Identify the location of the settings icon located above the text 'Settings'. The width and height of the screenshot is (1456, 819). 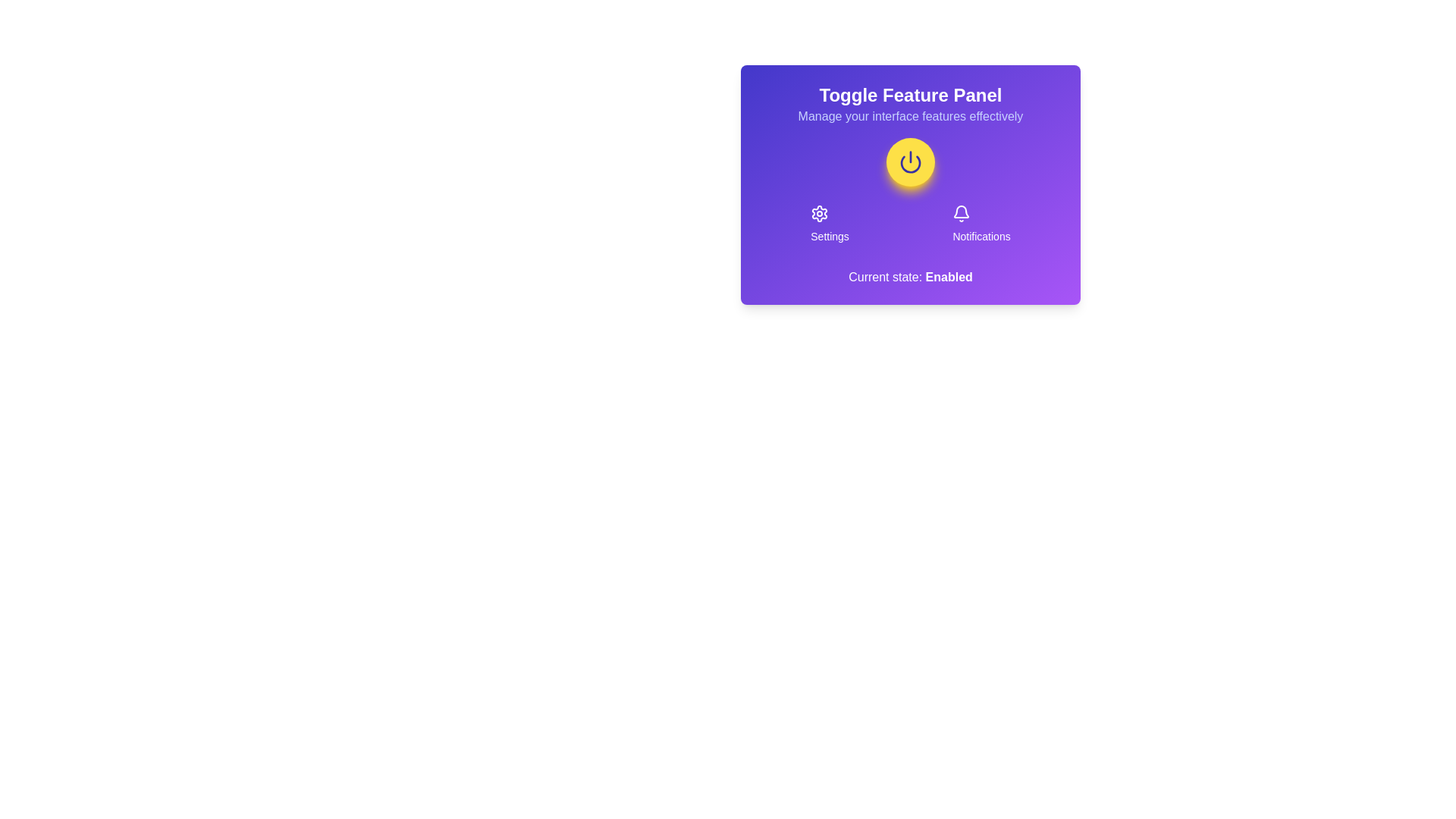
(819, 213).